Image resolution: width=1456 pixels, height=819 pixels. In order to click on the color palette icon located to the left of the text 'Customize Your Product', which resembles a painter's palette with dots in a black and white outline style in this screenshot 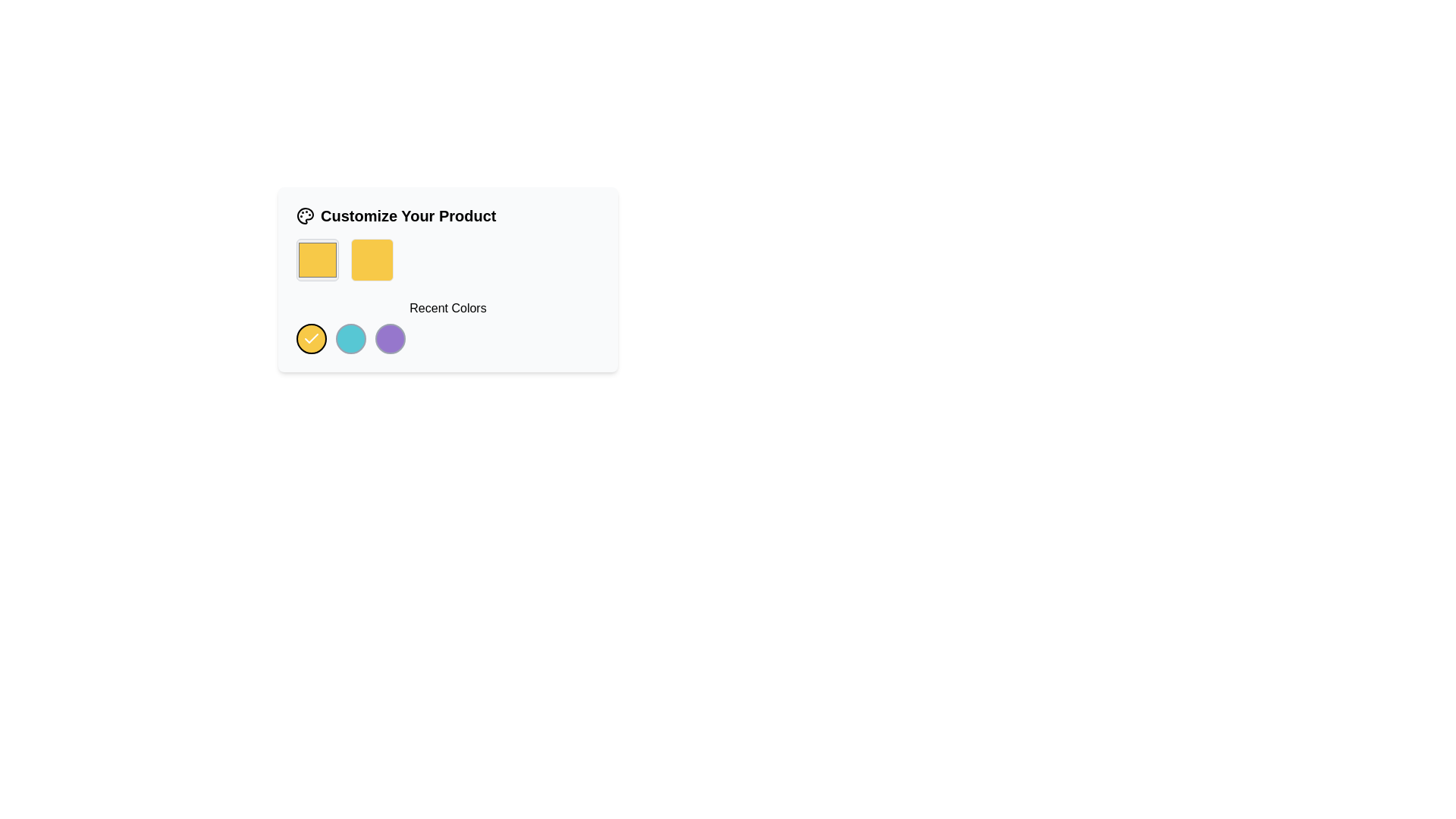, I will do `click(305, 216)`.